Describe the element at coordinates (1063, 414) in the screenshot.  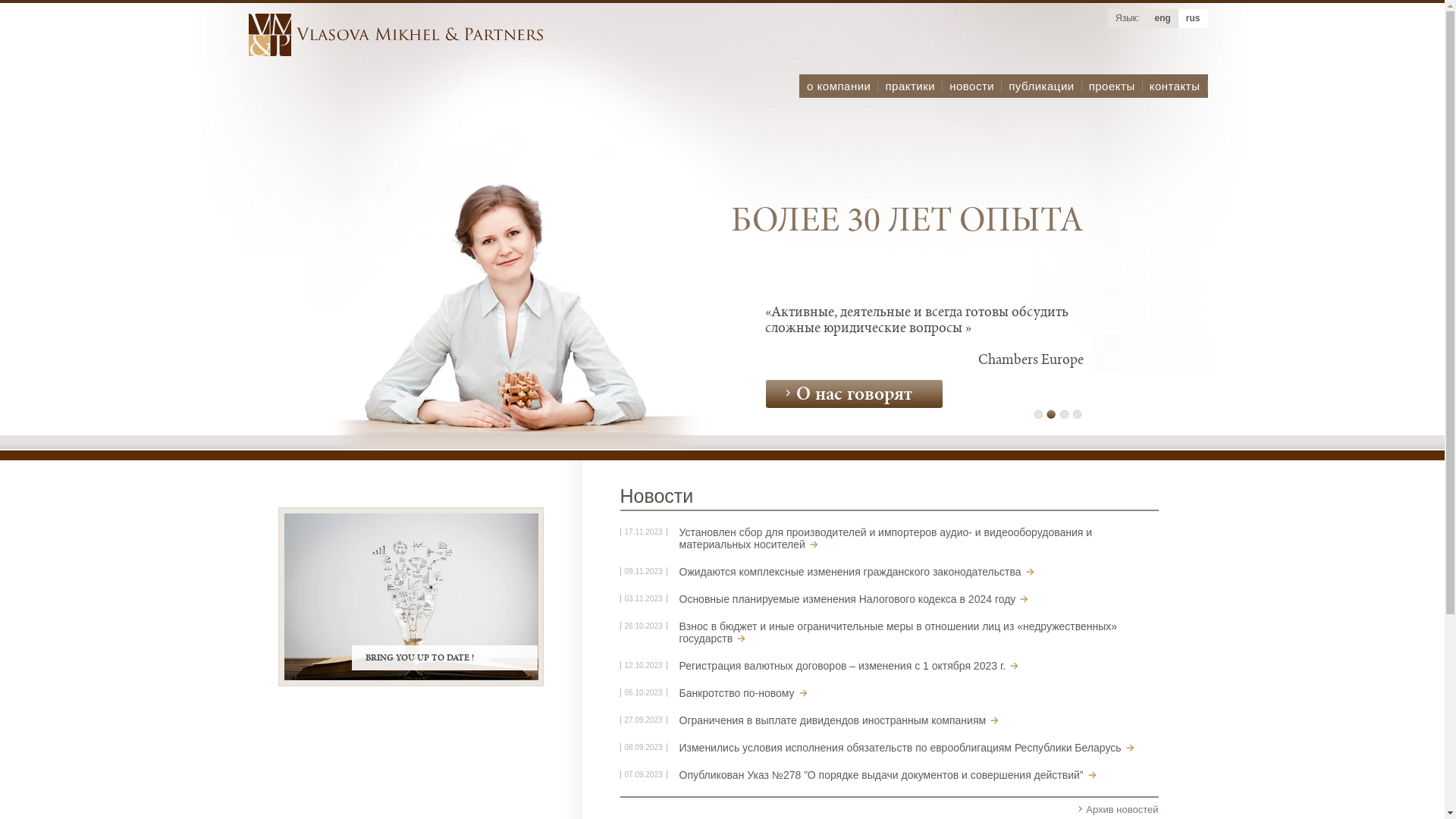
I see `'3'` at that location.